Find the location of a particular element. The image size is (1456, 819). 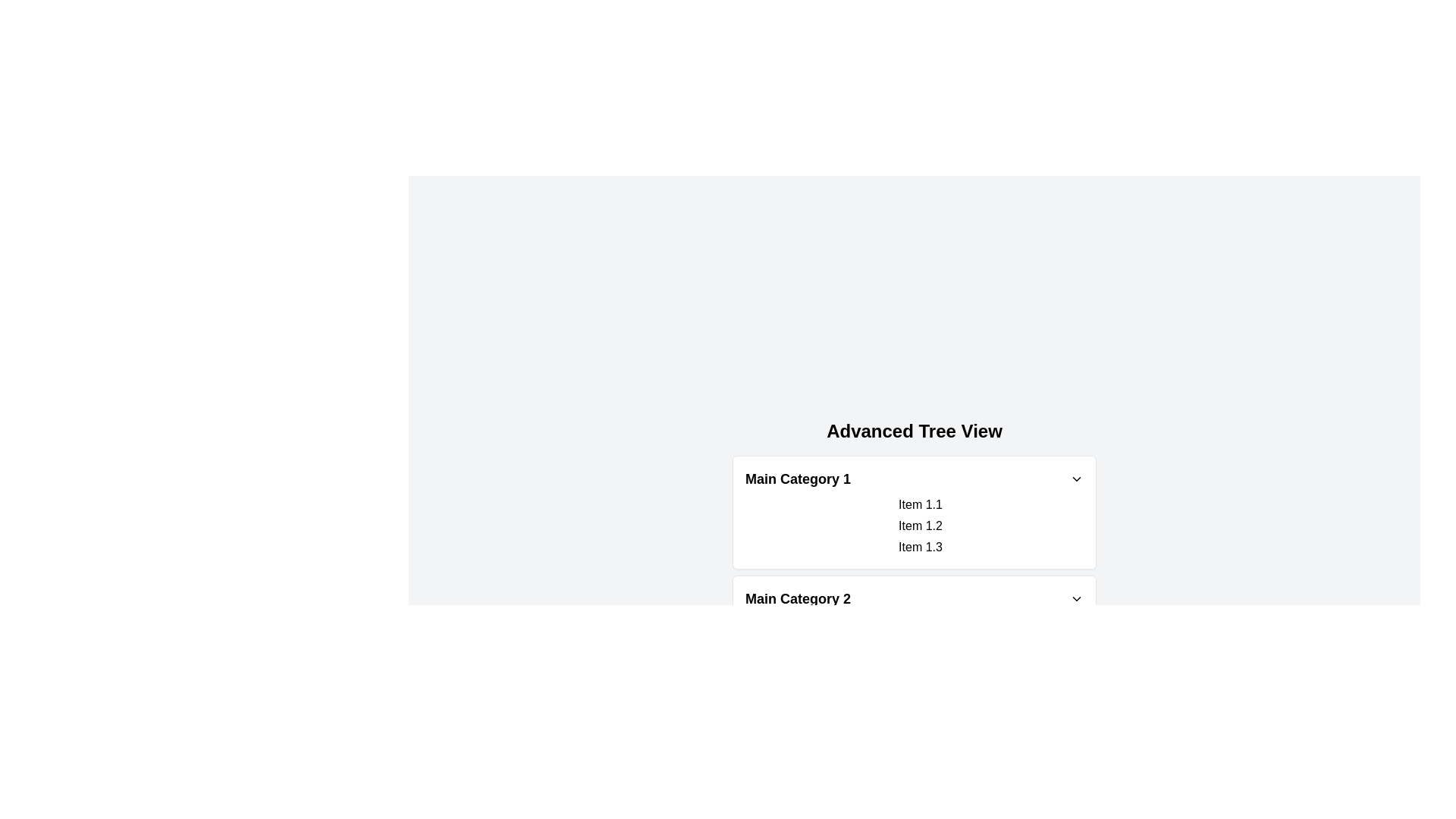

the chevron icon in the header of the 'Main Category 2' section to trigger tooltip or visual feedback is located at coordinates (1076, 598).